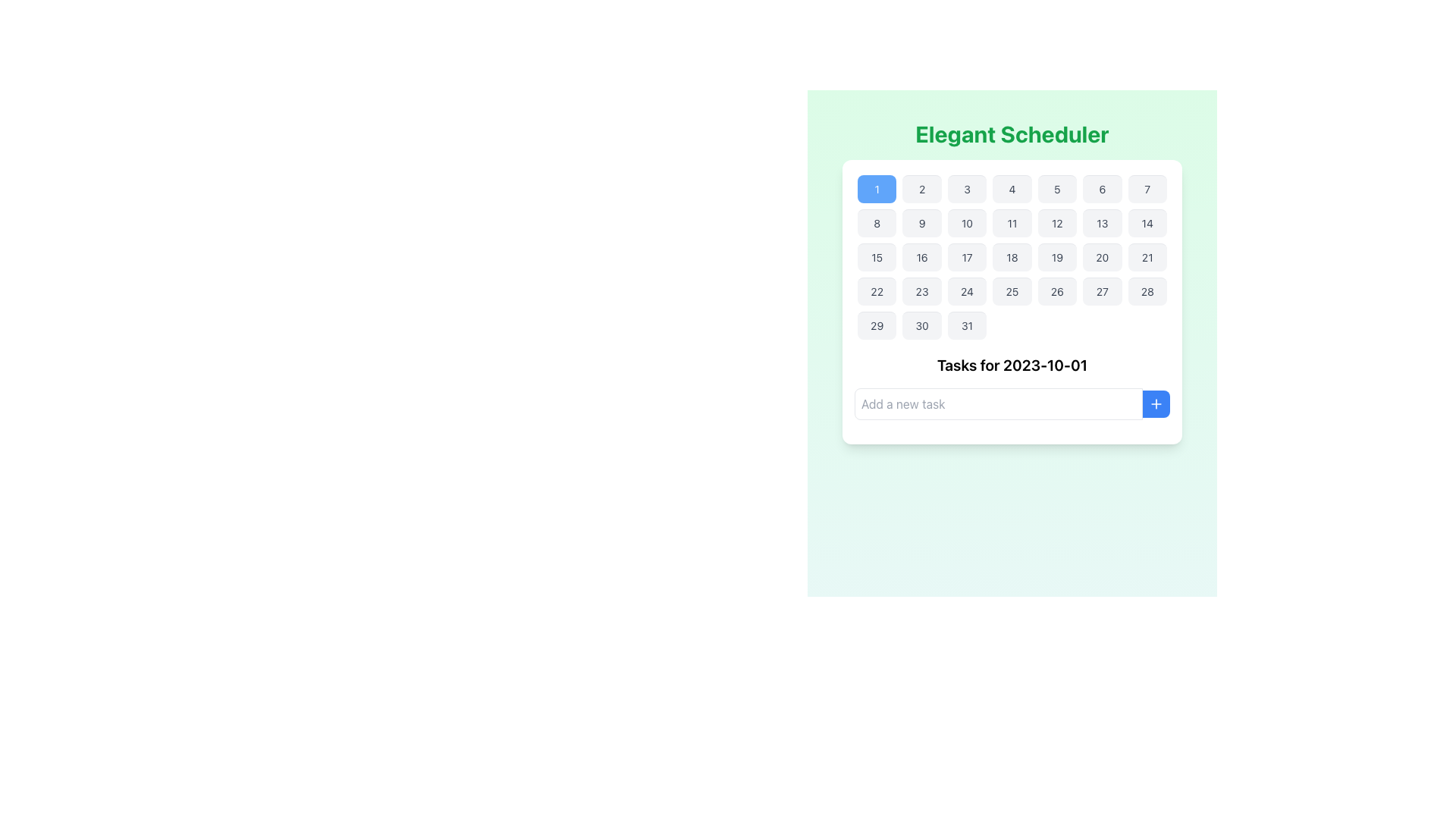 Image resolution: width=1456 pixels, height=819 pixels. I want to click on the rounded rectangular button with a gray background displaying the number '15', so click(877, 256).